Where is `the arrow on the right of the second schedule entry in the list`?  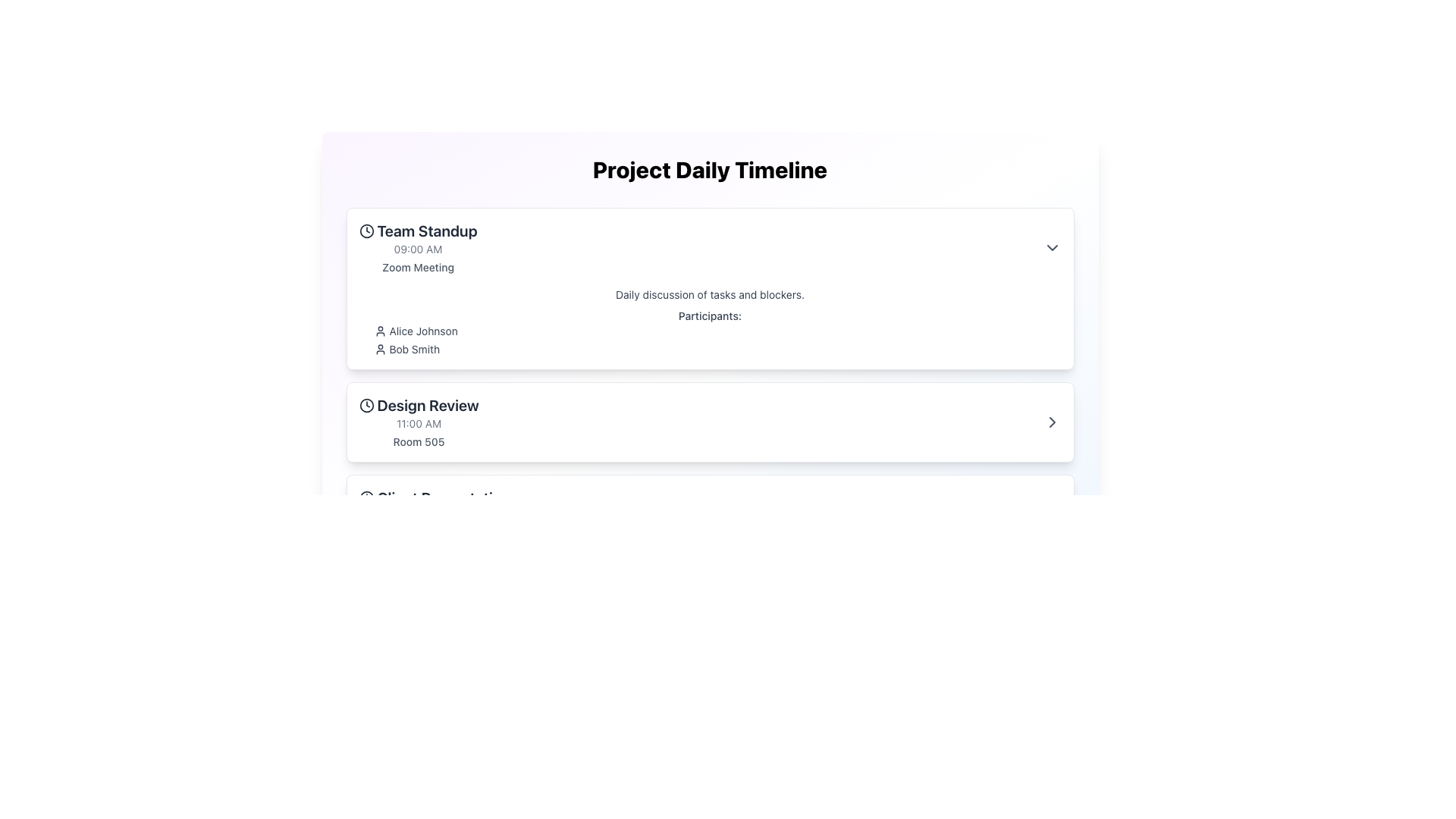 the arrow on the right of the second schedule entry in the list is located at coordinates (709, 422).